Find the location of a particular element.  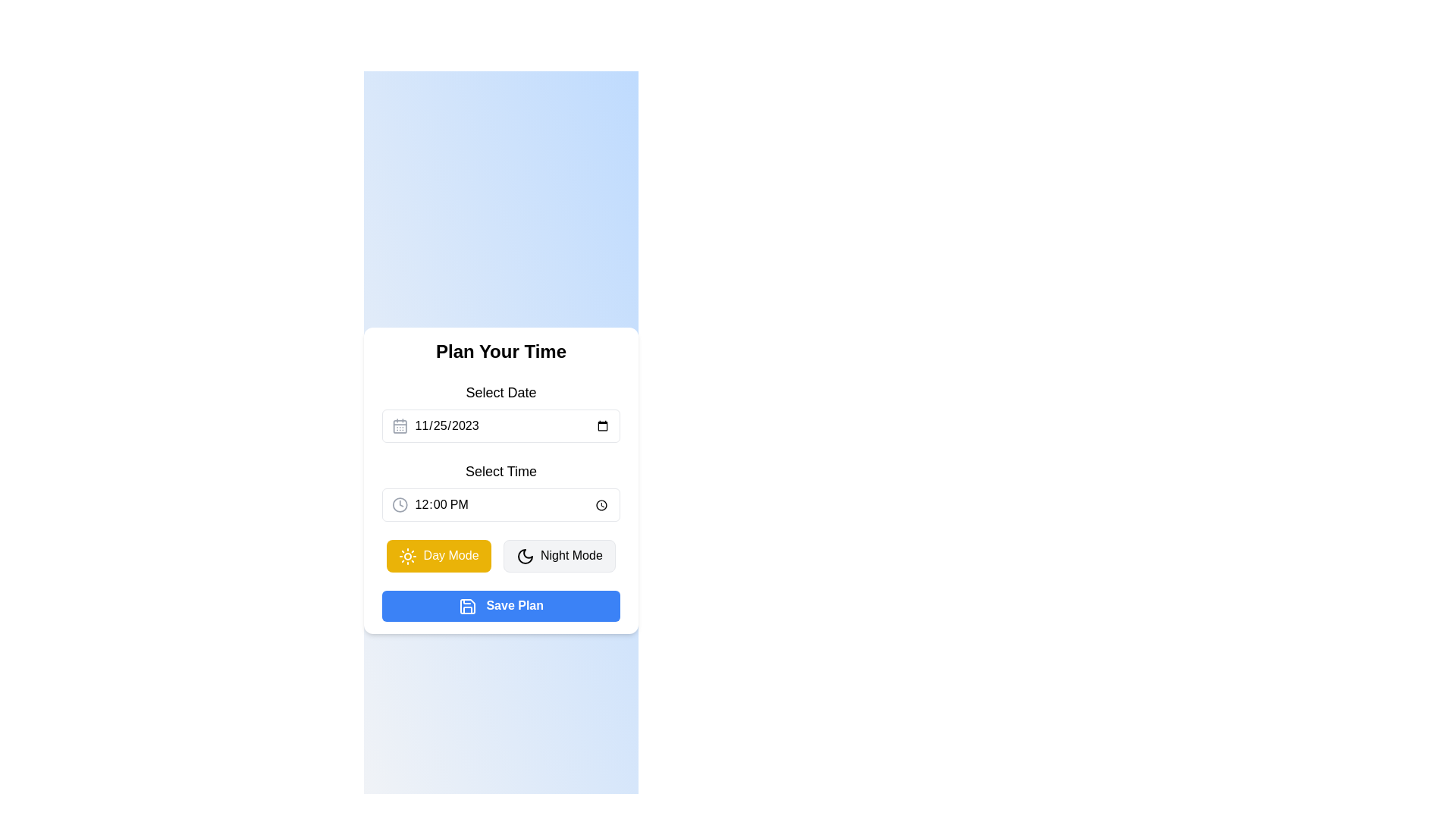

the decorative icon located to the left of the 'Save Plan' button at the bottom of the layout is located at coordinates (466, 605).